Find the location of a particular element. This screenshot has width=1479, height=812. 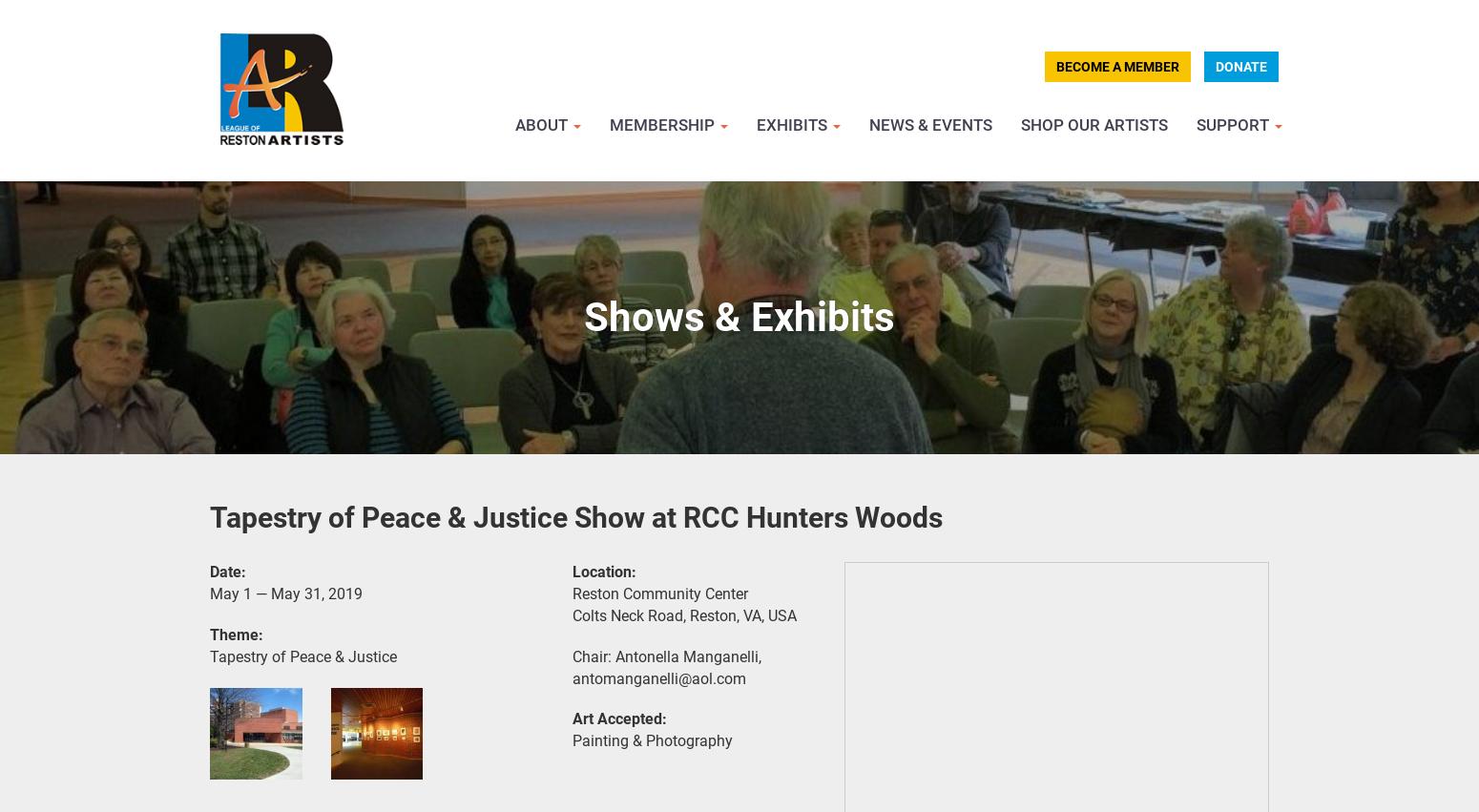

'Exhibits' is located at coordinates (793, 124).